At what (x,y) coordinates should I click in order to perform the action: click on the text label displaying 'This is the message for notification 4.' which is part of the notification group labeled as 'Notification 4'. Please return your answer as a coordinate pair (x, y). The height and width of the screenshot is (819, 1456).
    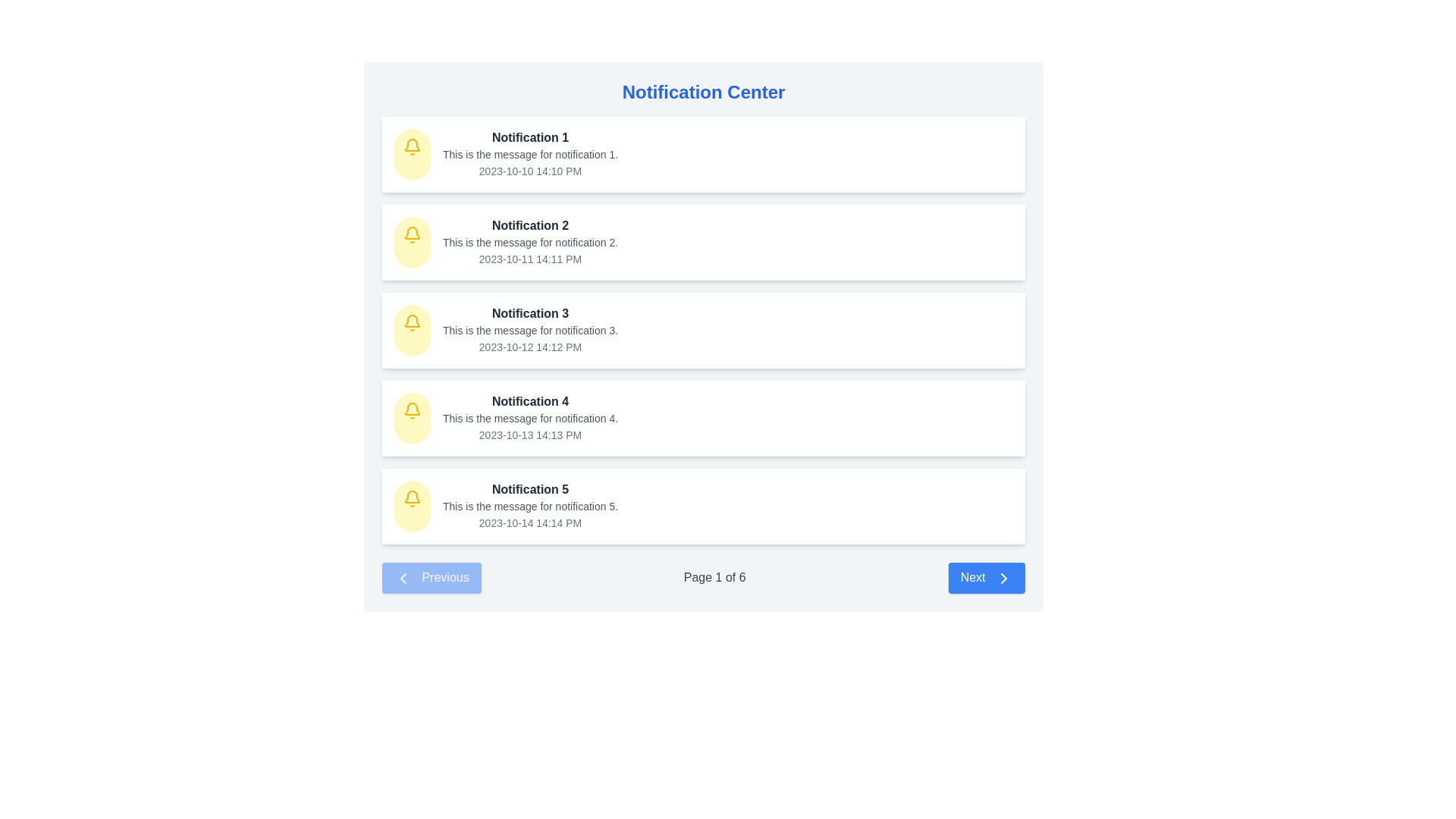
    Looking at the image, I should click on (530, 418).